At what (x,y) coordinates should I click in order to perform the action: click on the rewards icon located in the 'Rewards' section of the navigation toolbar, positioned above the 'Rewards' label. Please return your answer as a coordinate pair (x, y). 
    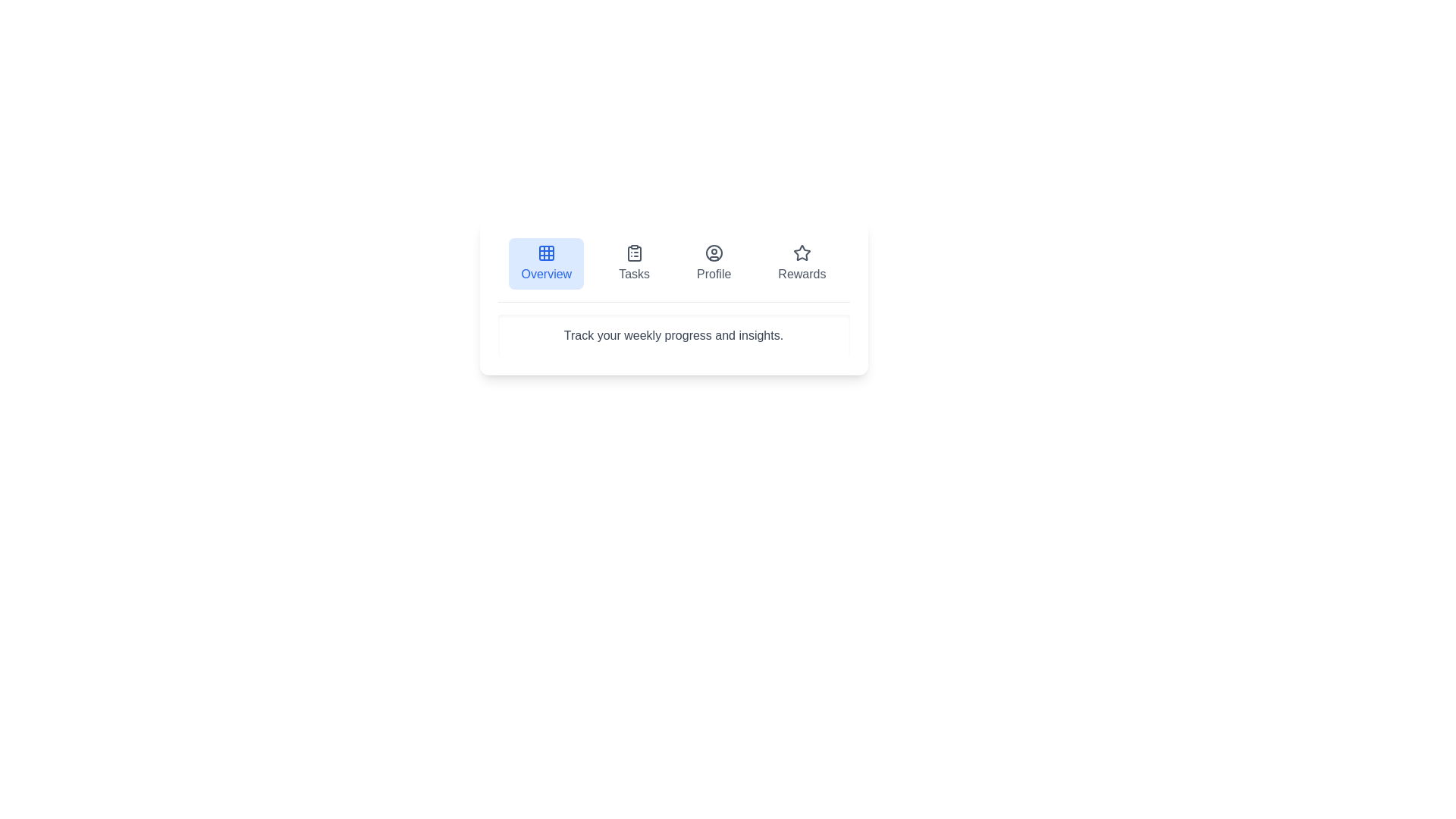
    Looking at the image, I should click on (801, 253).